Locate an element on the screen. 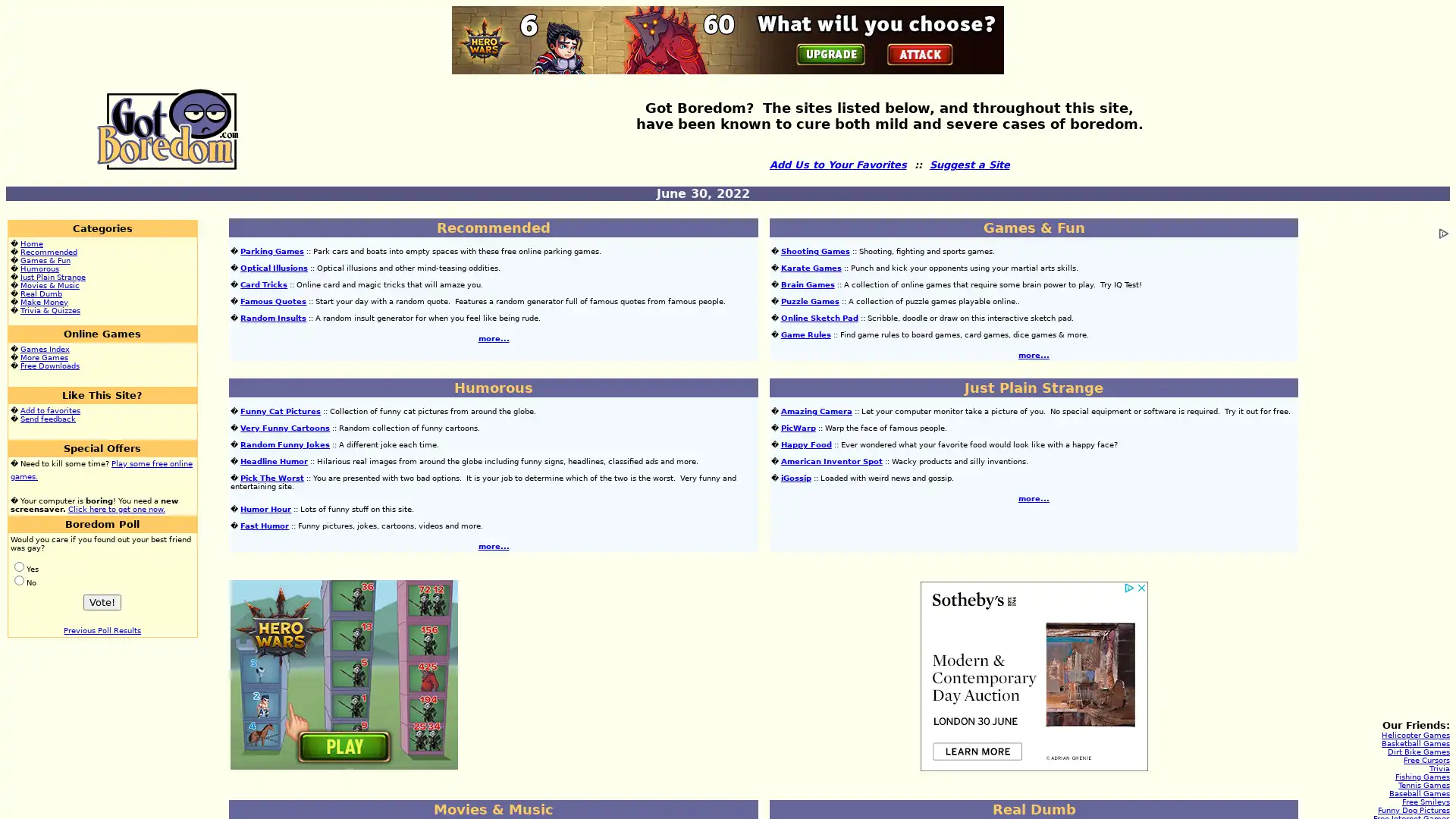 The width and height of the screenshot is (1456, 819). Vote! is located at coordinates (101, 601).